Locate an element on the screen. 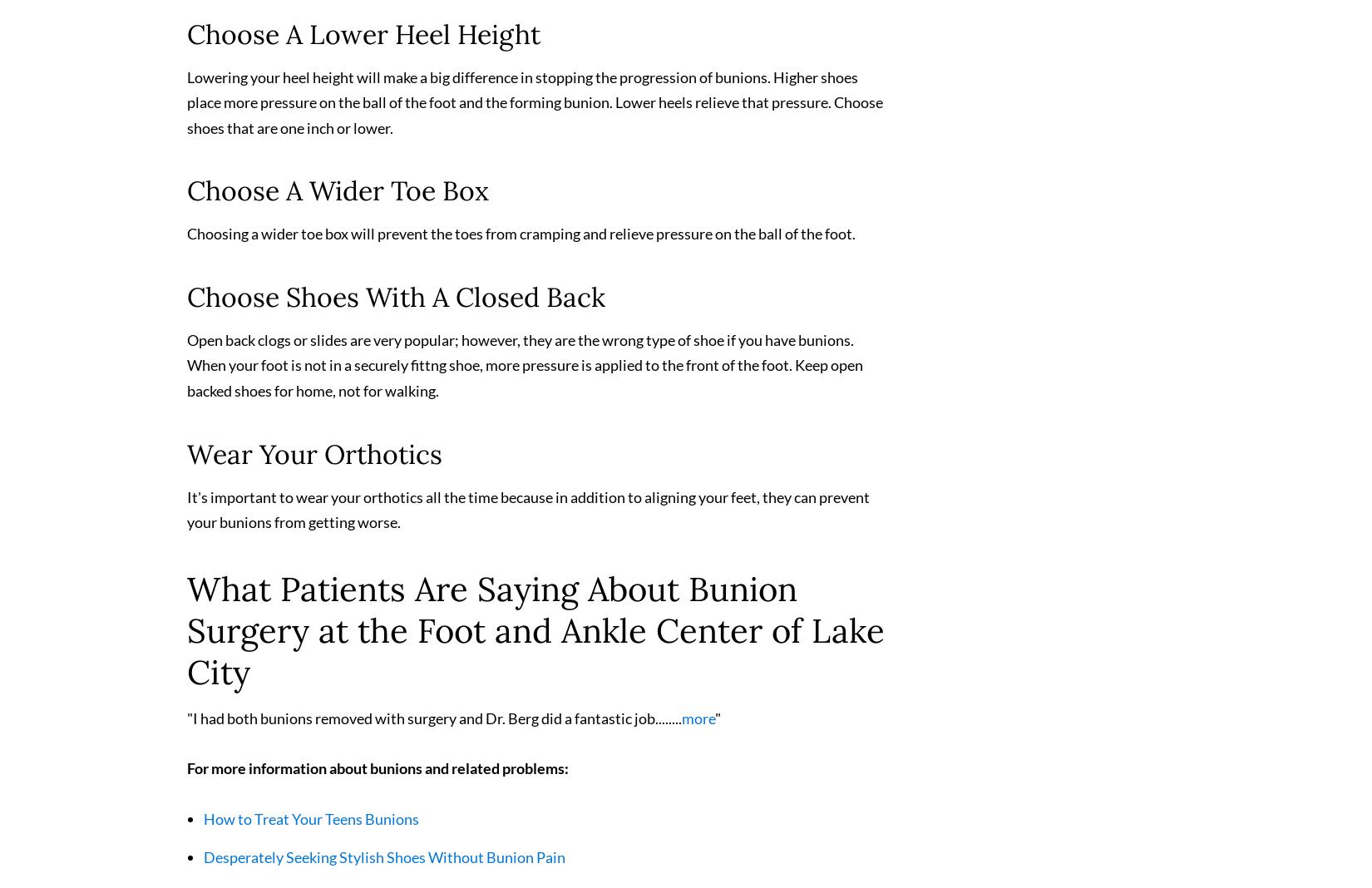 Image resolution: width=1372 pixels, height=888 pixels. 'more' is located at coordinates (681, 724).